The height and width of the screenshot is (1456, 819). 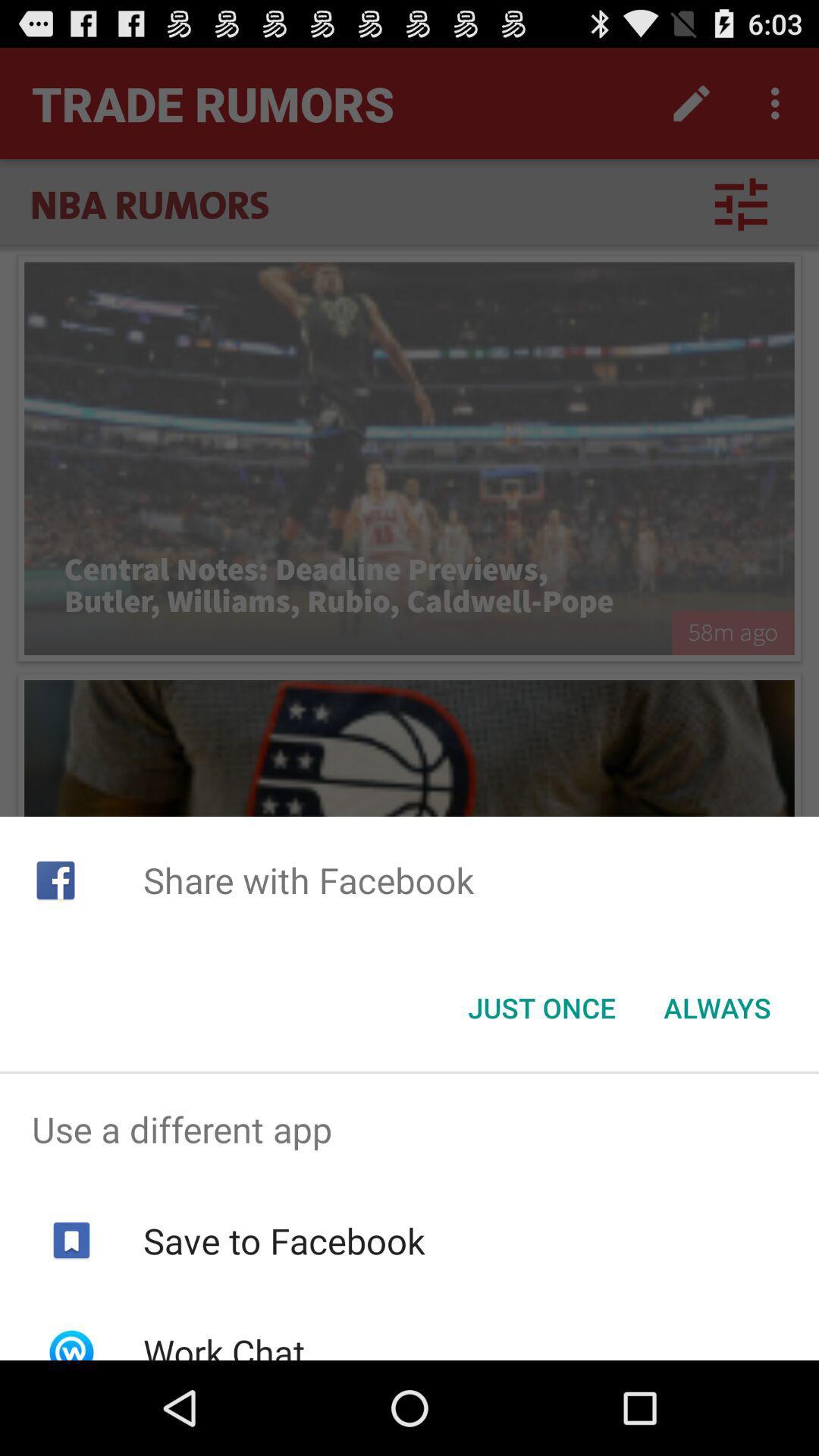 I want to click on always item, so click(x=717, y=1008).